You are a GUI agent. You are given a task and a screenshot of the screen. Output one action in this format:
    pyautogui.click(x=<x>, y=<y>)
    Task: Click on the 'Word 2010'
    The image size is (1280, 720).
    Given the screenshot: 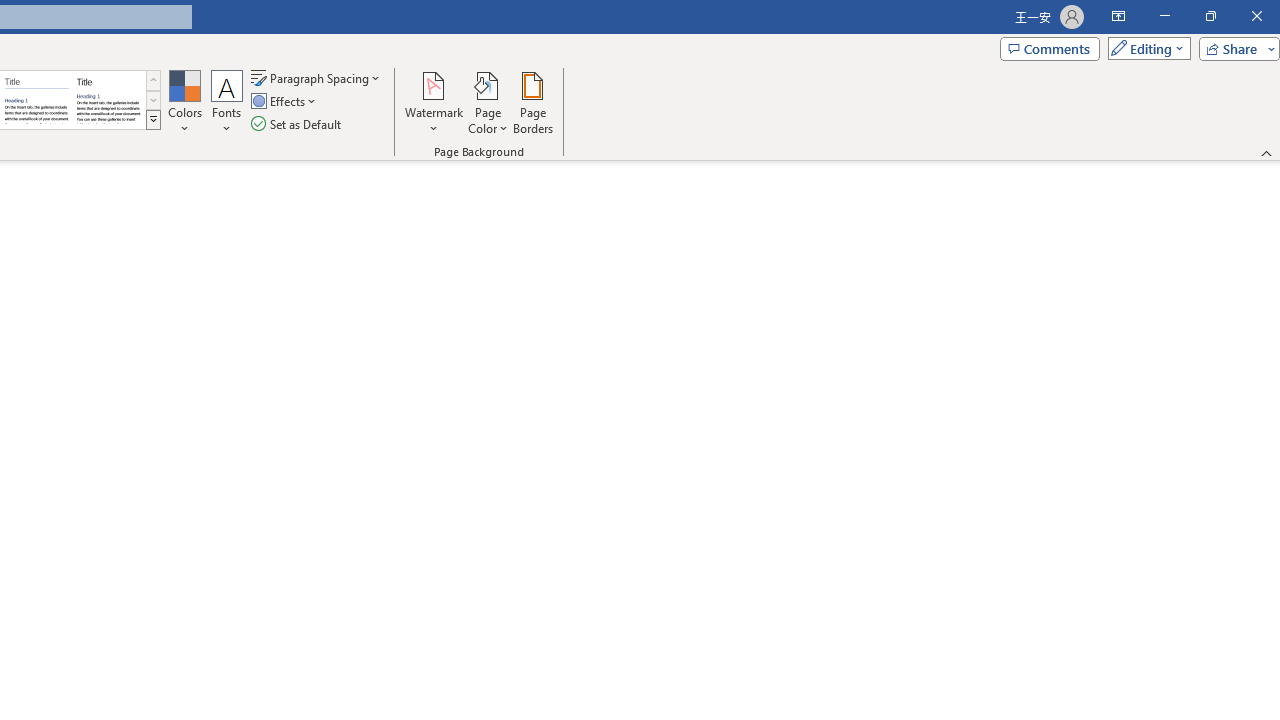 What is the action you would take?
    pyautogui.click(x=37, y=100)
    